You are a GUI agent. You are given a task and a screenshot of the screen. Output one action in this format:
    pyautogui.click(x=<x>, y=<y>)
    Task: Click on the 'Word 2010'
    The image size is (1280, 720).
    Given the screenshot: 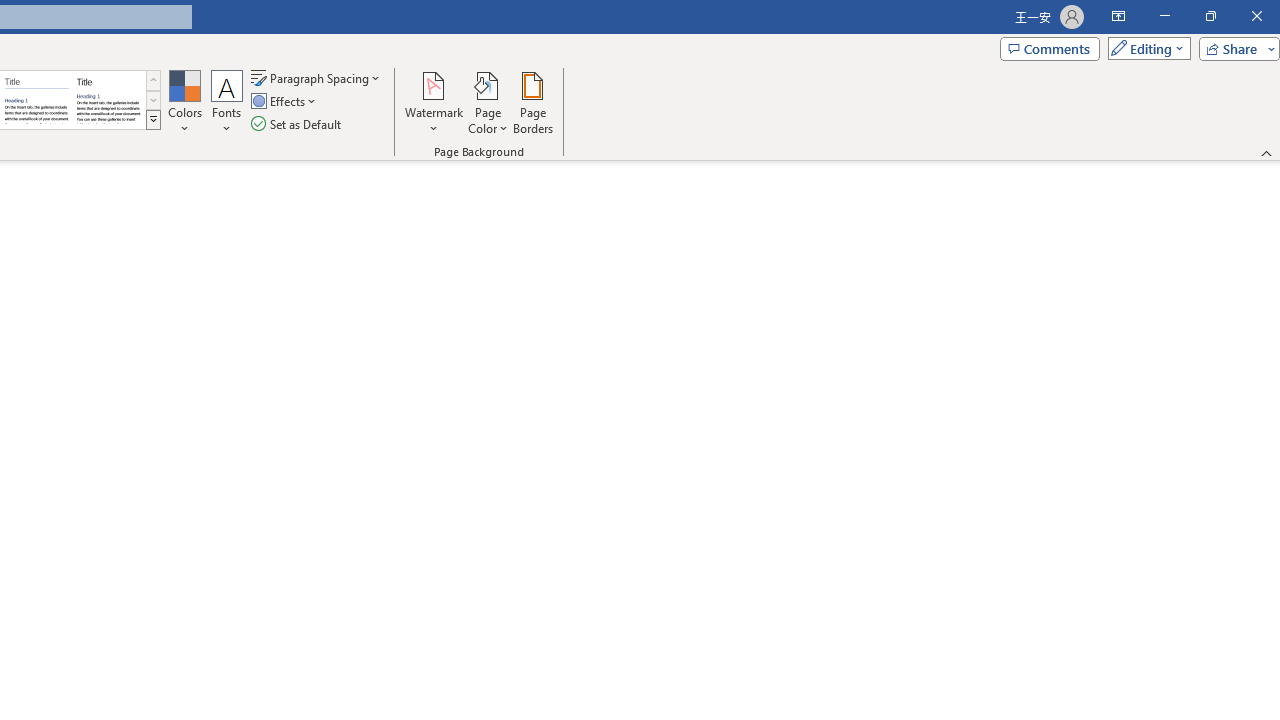 What is the action you would take?
    pyautogui.click(x=37, y=100)
    